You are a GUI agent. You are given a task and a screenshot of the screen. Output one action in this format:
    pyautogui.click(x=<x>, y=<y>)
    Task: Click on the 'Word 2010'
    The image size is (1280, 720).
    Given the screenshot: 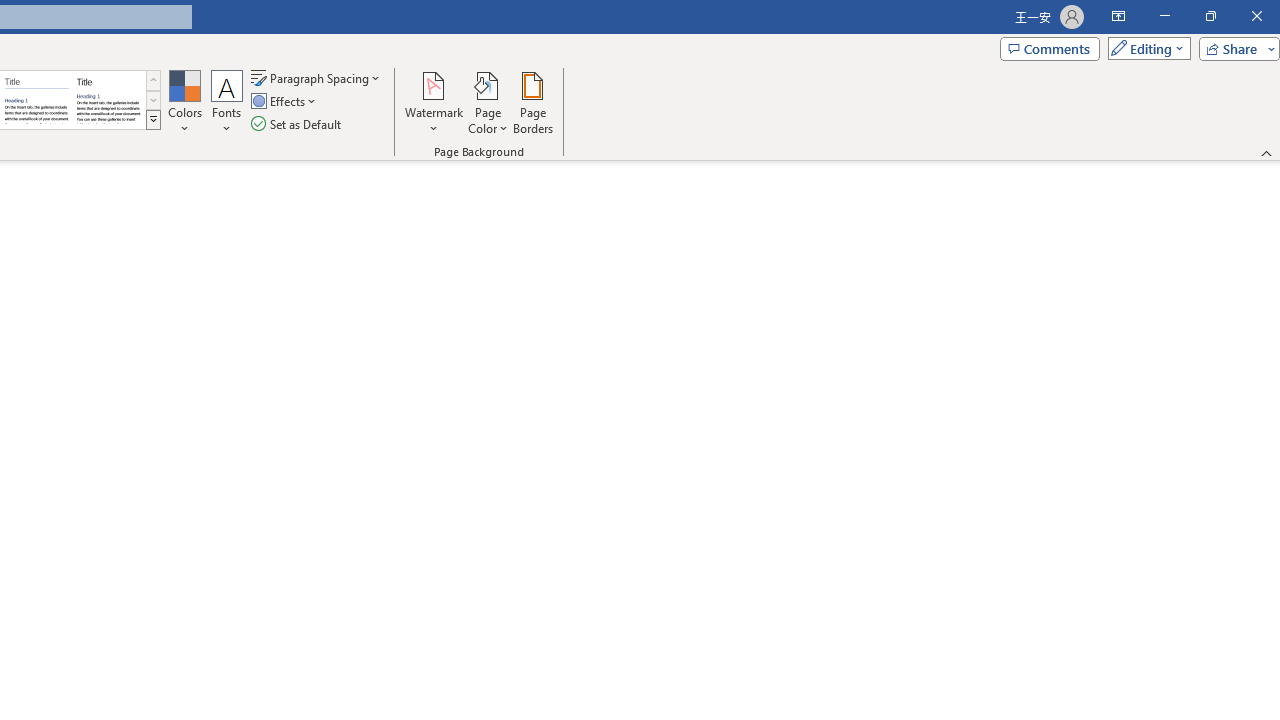 What is the action you would take?
    pyautogui.click(x=37, y=100)
    